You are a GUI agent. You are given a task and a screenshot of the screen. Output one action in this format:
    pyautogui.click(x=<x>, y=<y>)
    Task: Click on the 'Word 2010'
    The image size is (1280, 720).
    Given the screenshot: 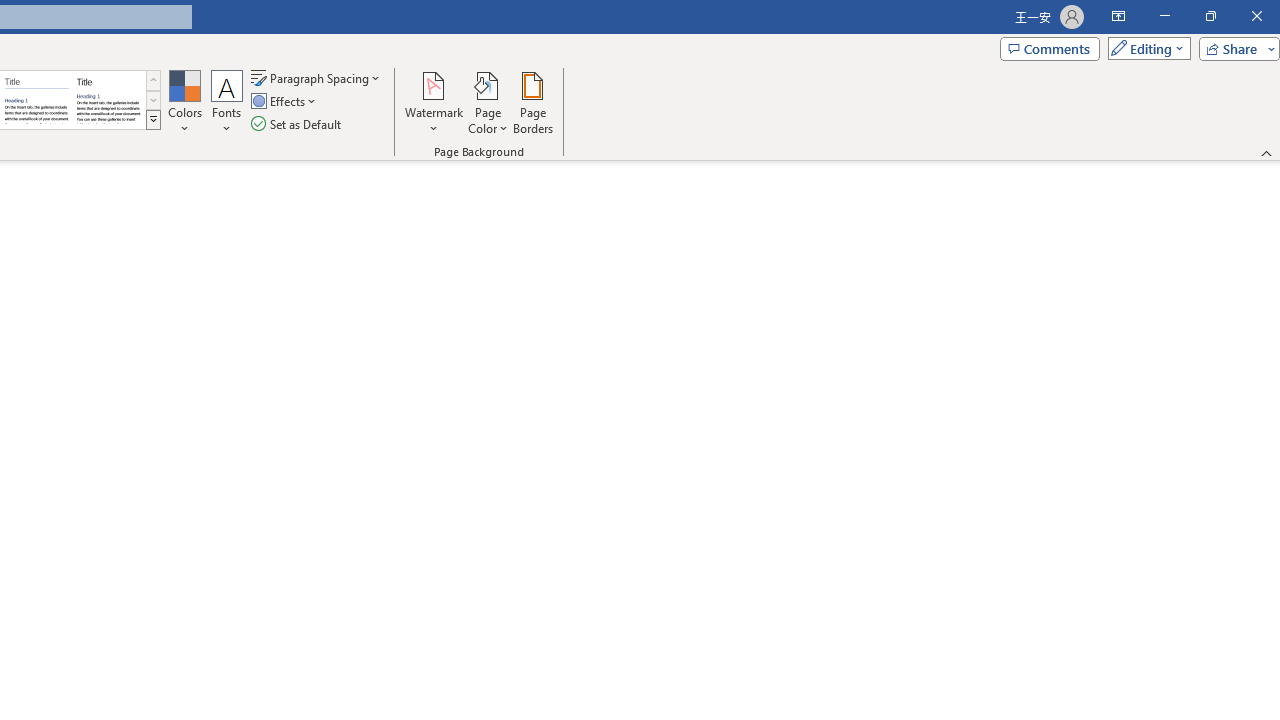 What is the action you would take?
    pyautogui.click(x=37, y=100)
    